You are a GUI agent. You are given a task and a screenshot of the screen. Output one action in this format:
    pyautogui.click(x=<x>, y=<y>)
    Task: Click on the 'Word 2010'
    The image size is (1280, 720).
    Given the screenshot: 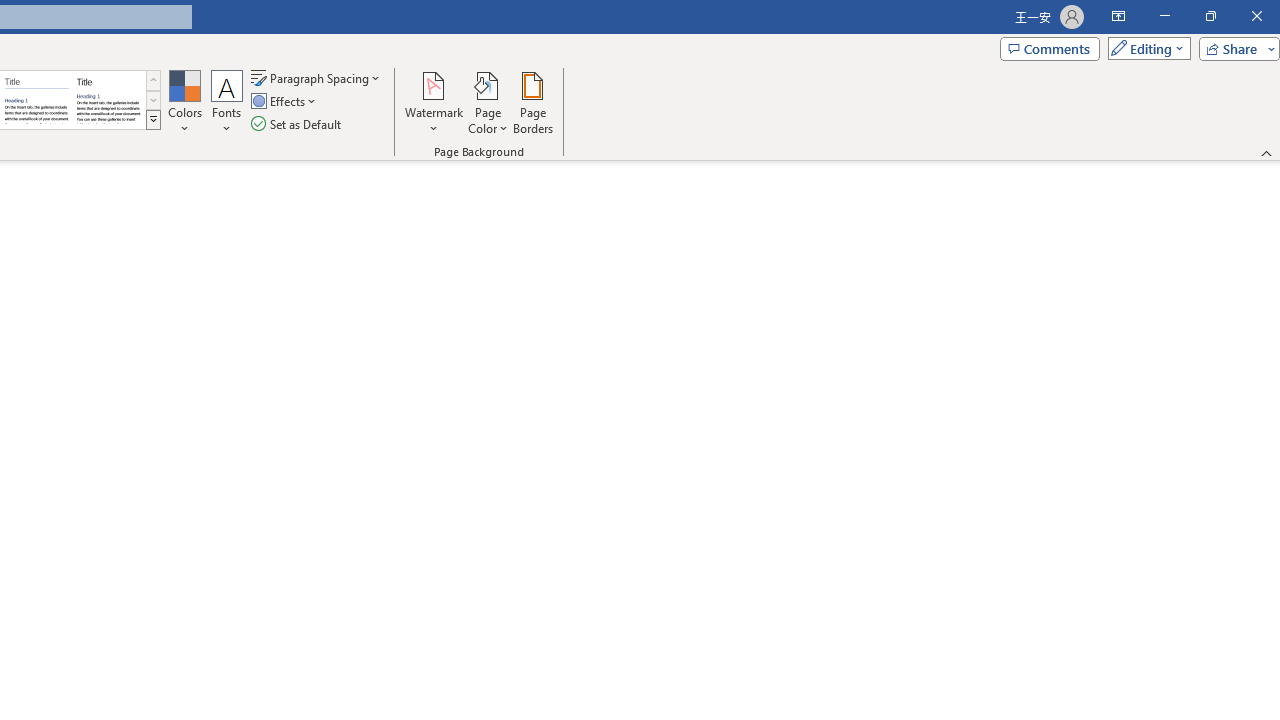 What is the action you would take?
    pyautogui.click(x=37, y=100)
    